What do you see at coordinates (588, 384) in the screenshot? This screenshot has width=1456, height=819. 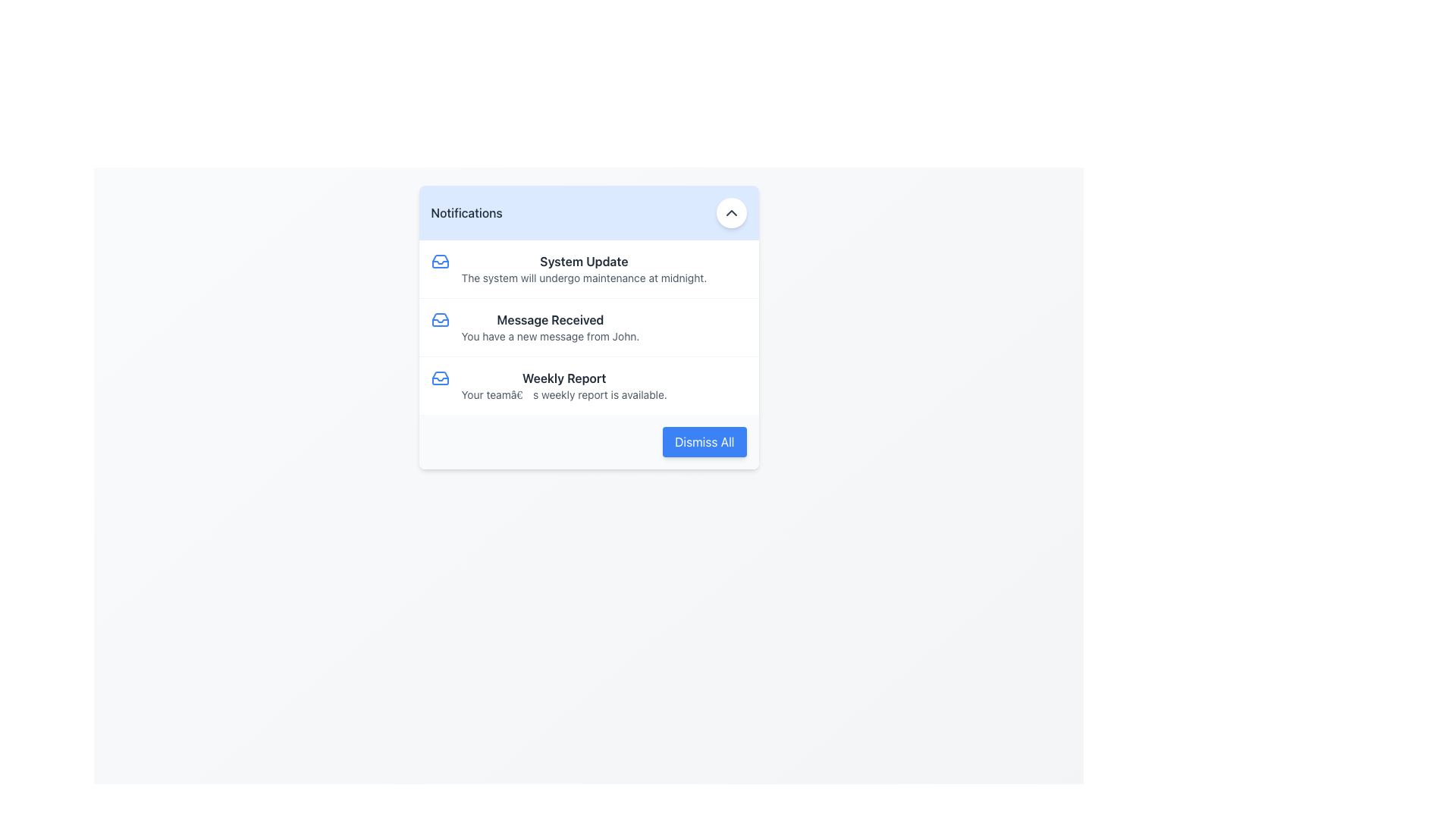 I see `the third notification item in the vertical notification list, which has a bold header 'Weekly Report' and a smaller description 'Your team's weekly report is available.'` at bounding box center [588, 384].